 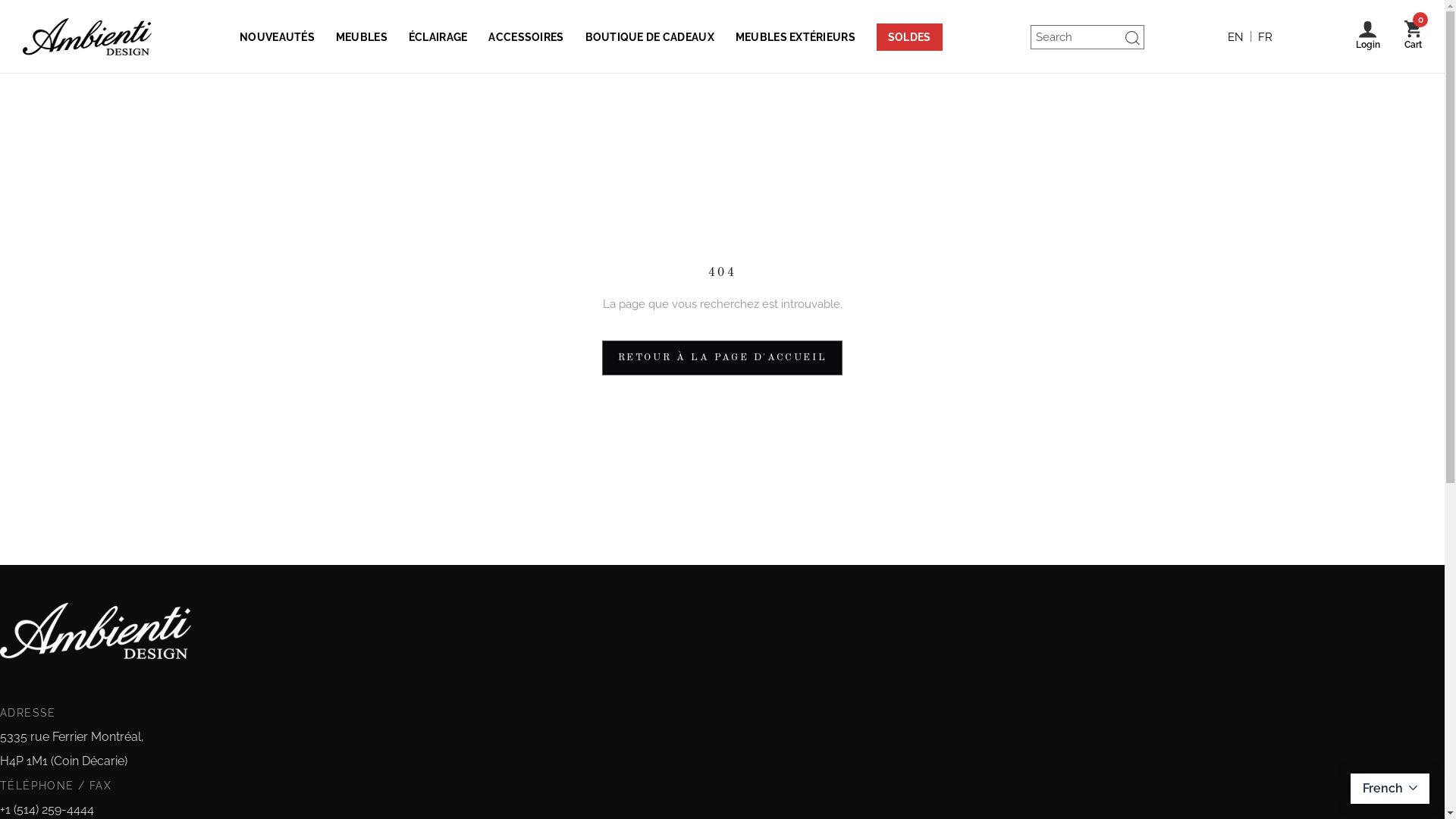 I want to click on 'MEUBLES, so click(x=360, y=35).